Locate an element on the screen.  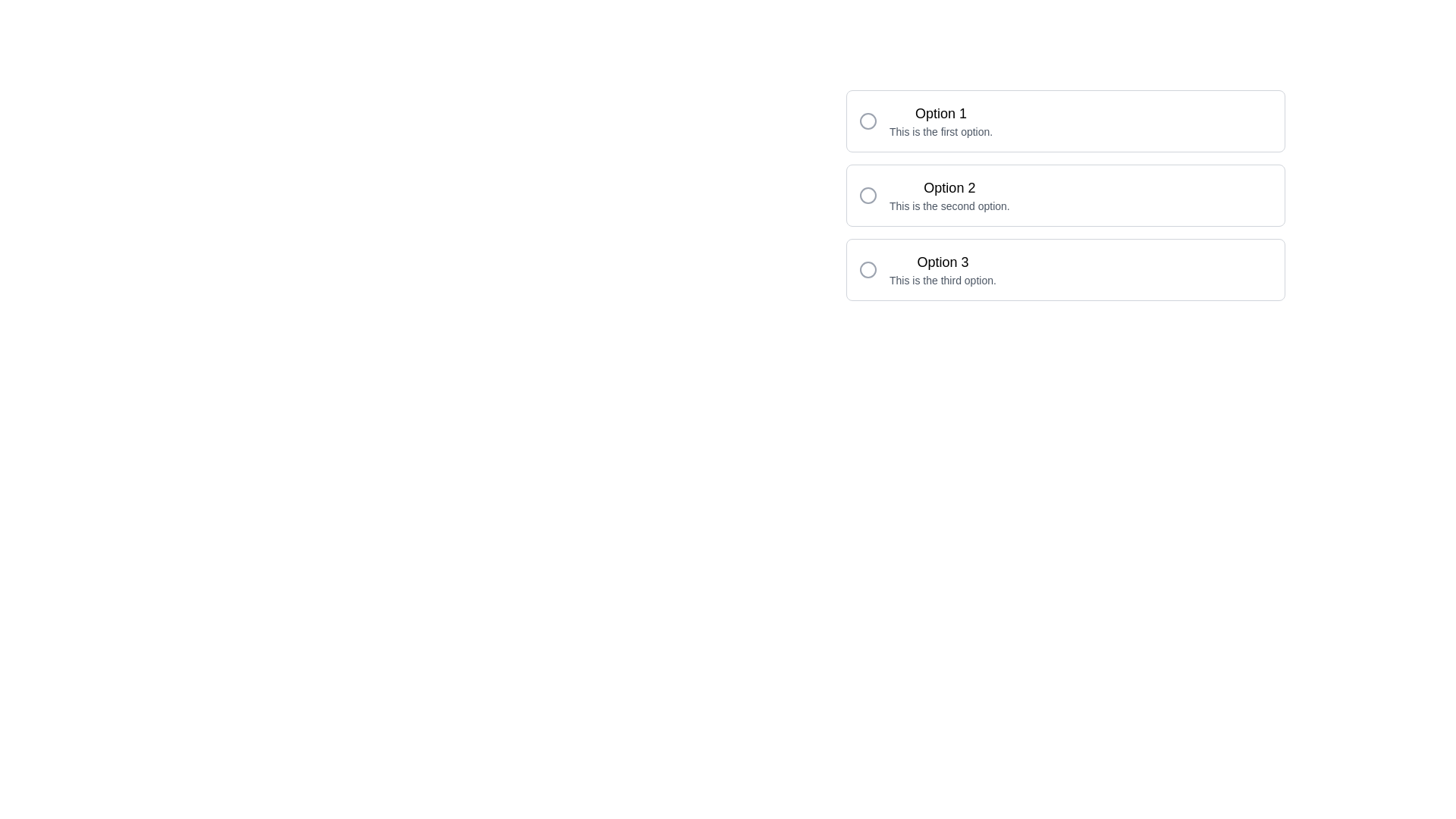
the radio button (circle) icon that serves as the selection indicator for the second option in a list, marking 'Option 2' as the chosen item is located at coordinates (868, 195).